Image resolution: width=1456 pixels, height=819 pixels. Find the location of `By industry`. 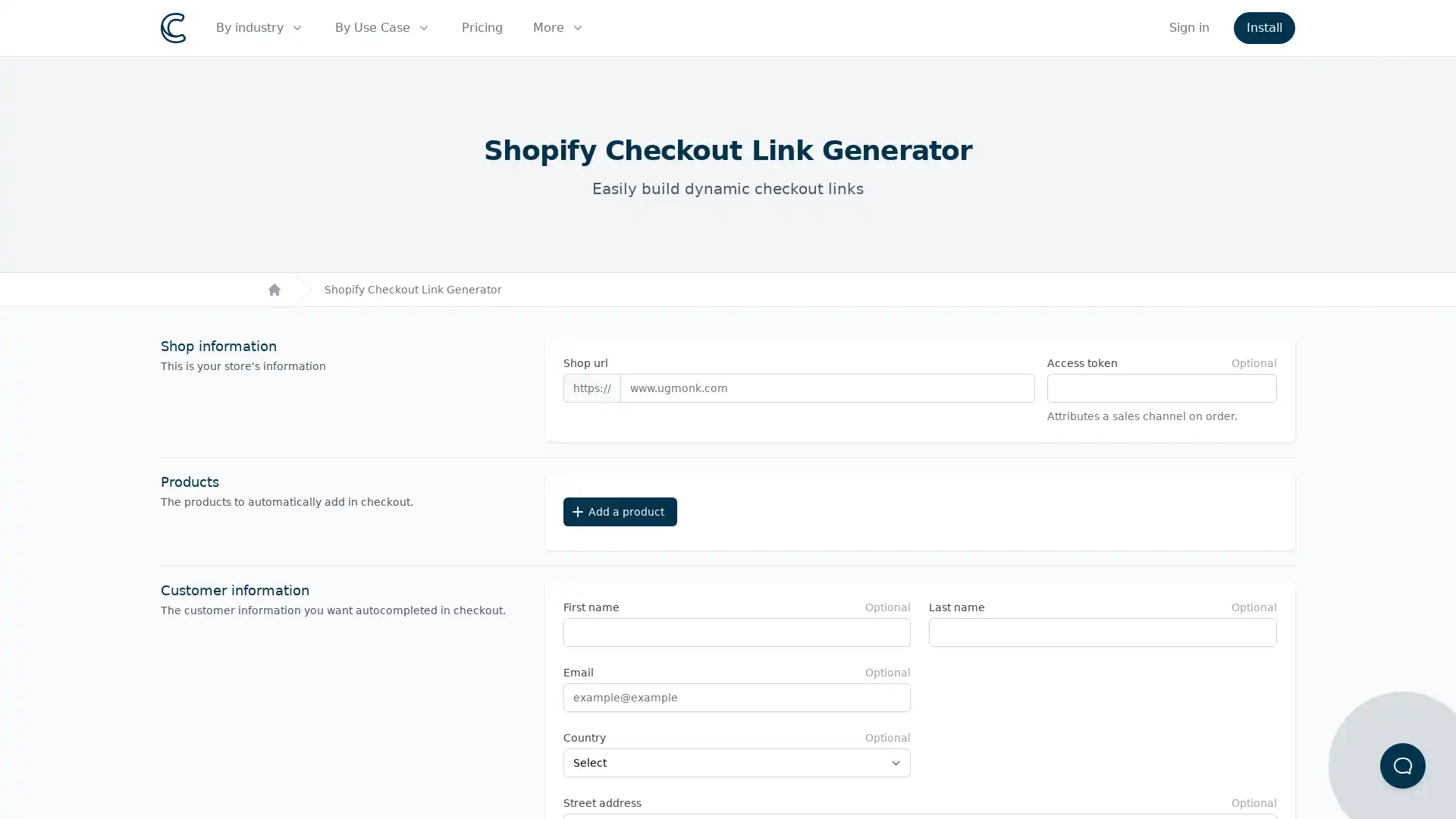

By industry is located at coordinates (260, 28).